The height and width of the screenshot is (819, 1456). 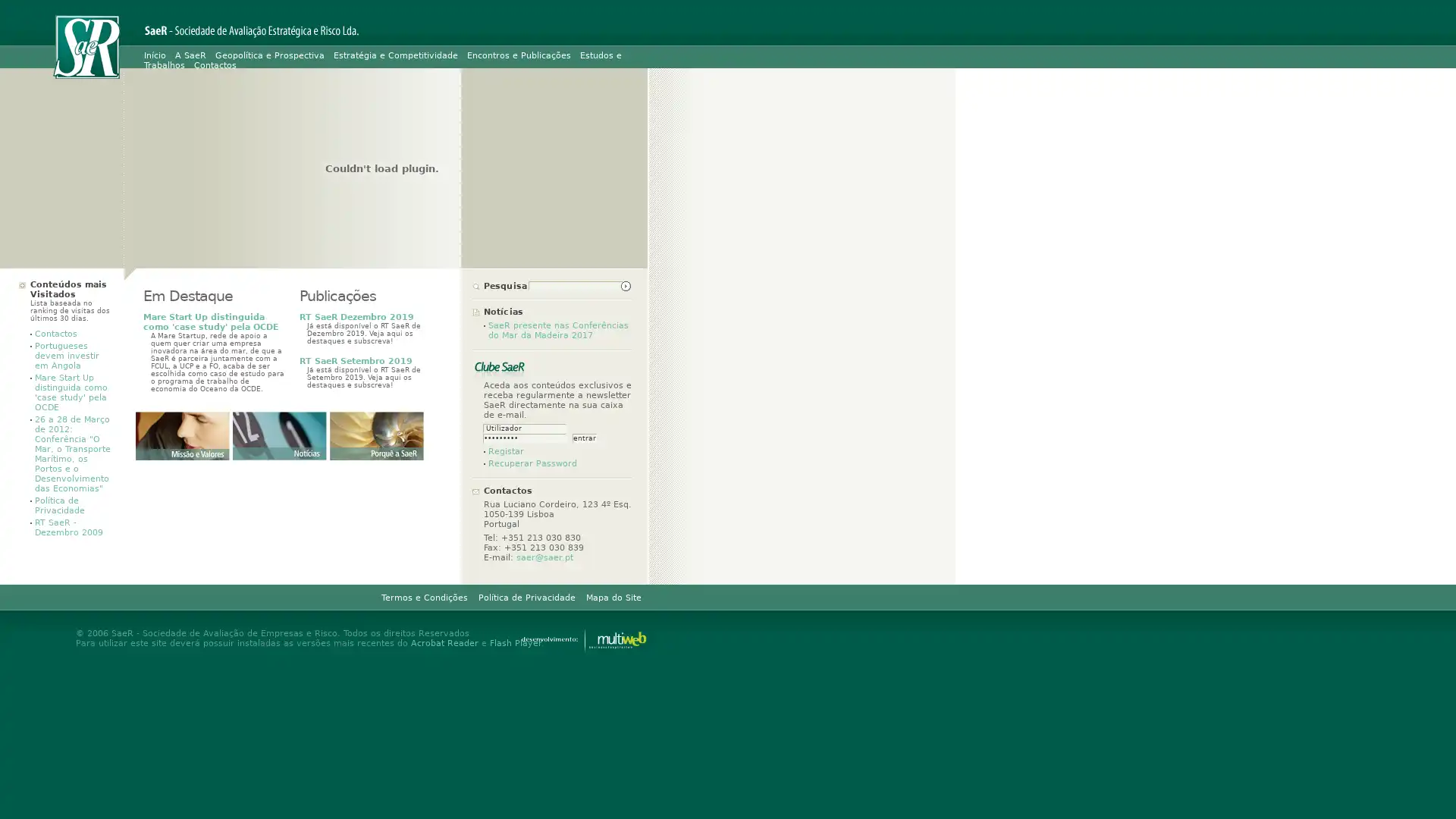 I want to click on entrar, so click(x=584, y=438).